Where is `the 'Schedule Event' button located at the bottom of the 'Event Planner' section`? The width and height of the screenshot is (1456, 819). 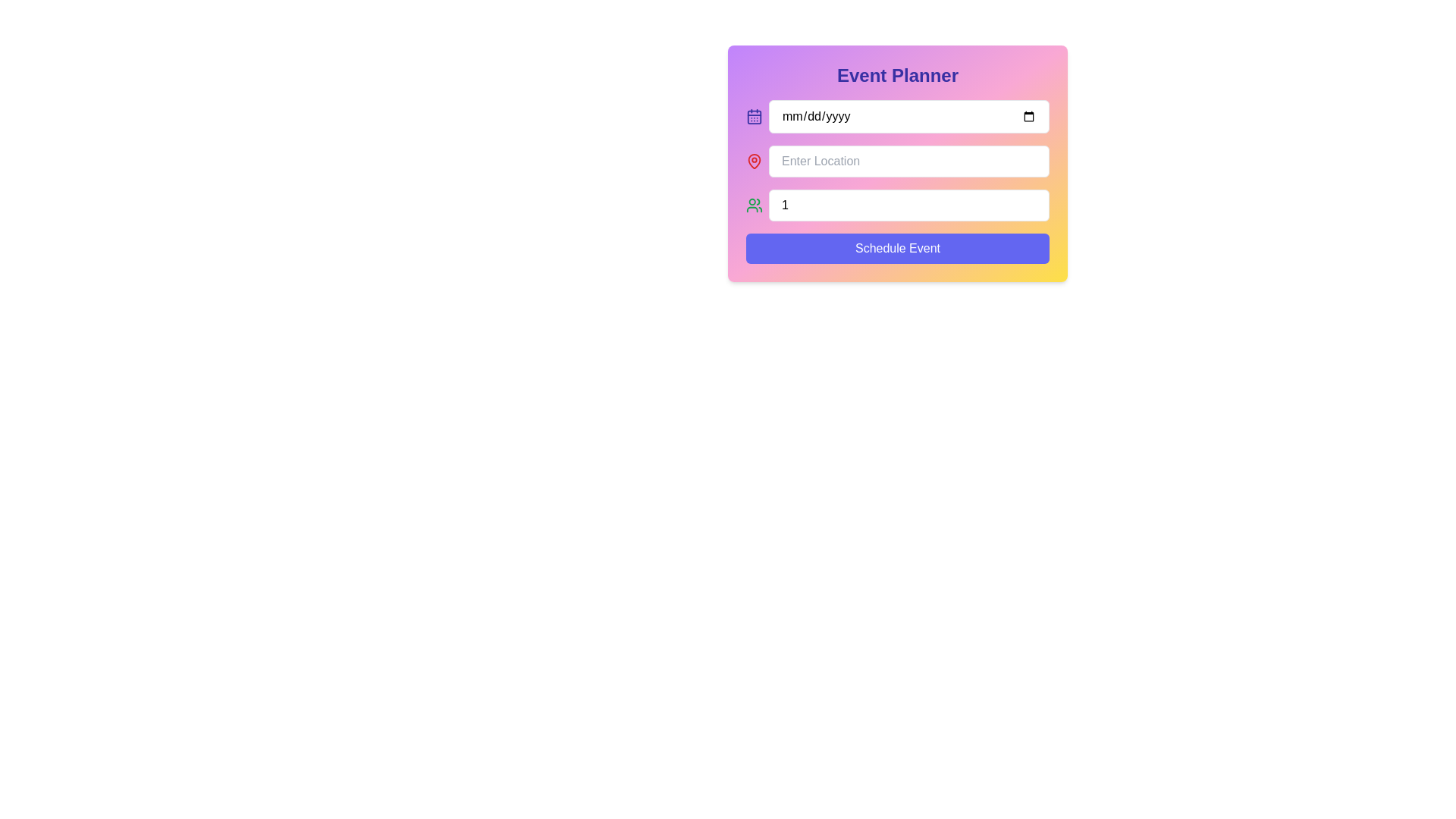 the 'Schedule Event' button located at the bottom of the 'Event Planner' section is located at coordinates (898, 247).